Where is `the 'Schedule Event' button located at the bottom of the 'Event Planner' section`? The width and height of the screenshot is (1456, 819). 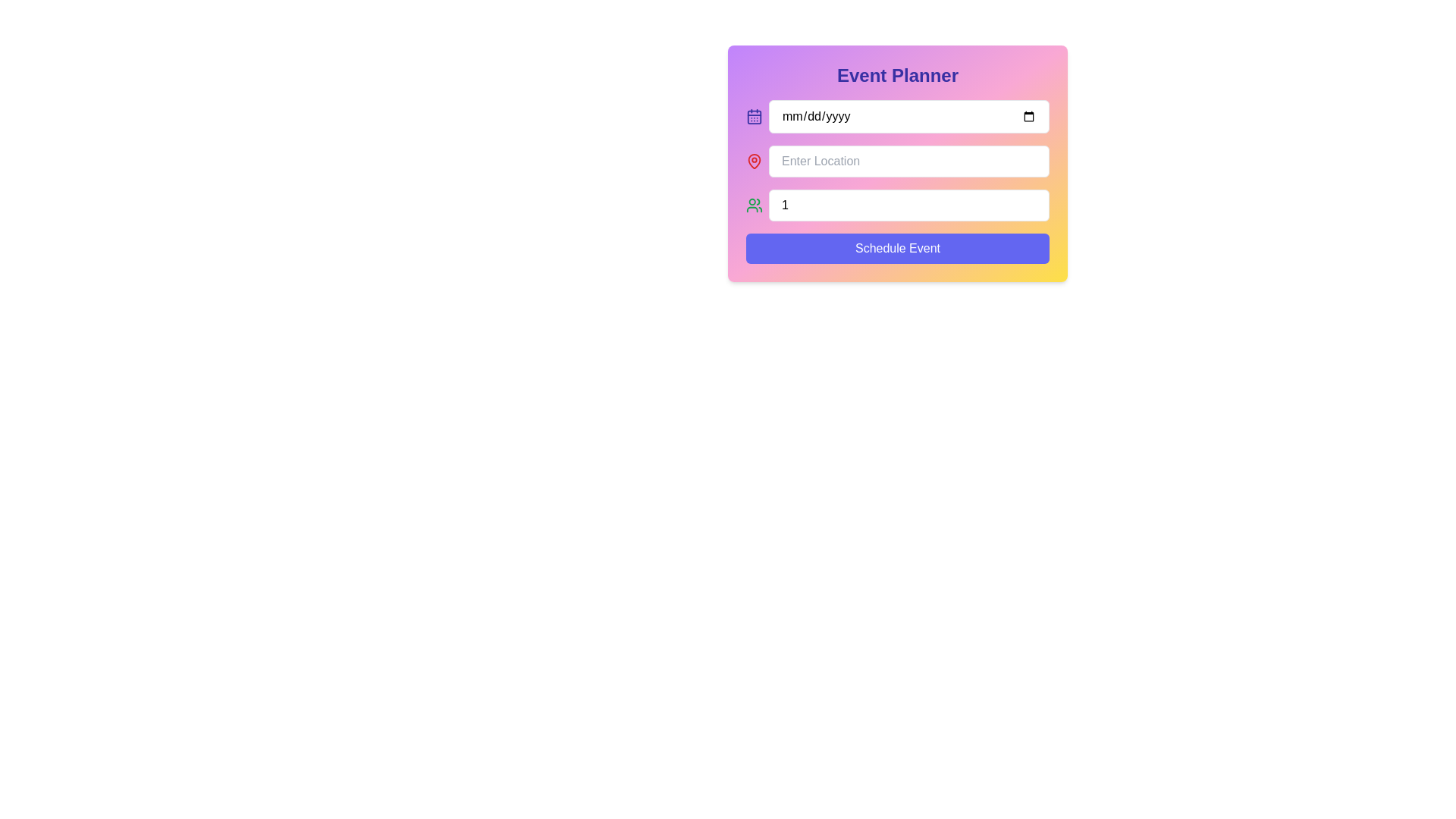 the 'Schedule Event' button located at the bottom of the 'Event Planner' section is located at coordinates (898, 247).